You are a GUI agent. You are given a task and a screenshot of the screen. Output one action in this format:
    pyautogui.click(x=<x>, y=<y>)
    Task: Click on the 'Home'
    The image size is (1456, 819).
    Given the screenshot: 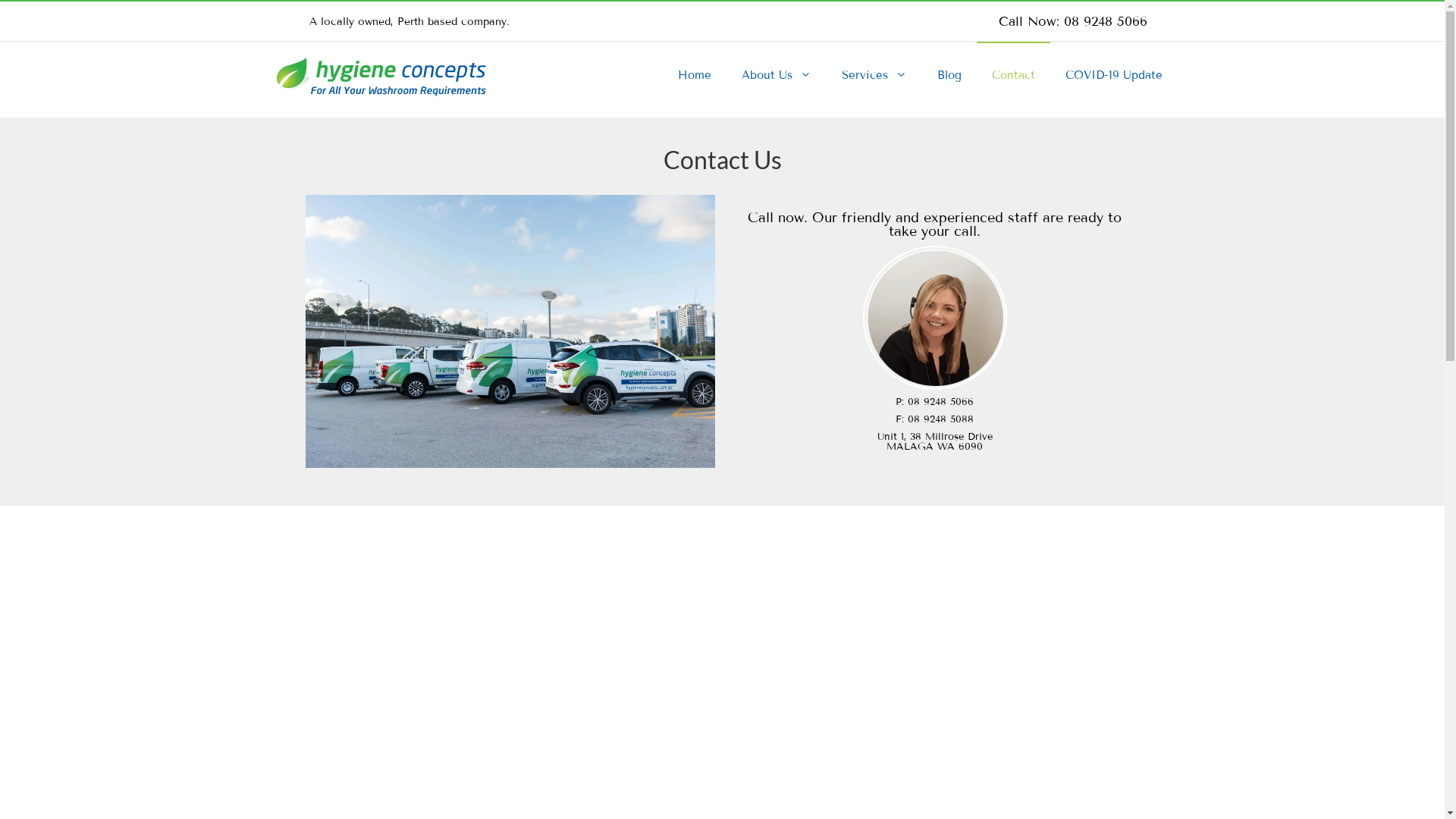 What is the action you would take?
    pyautogui.click(x=694, y=75)
    